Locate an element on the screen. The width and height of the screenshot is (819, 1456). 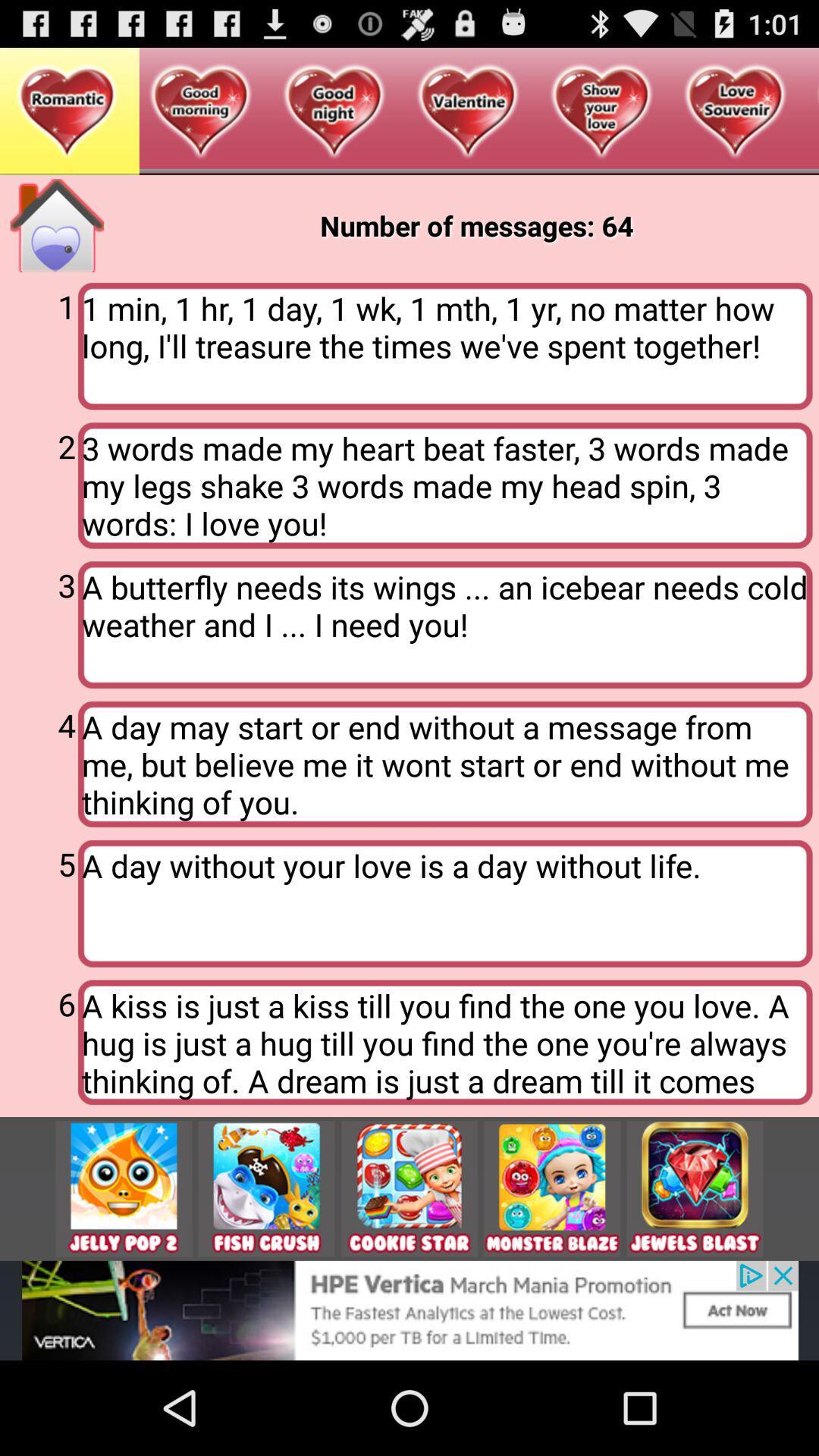
cookie star app is located at coordinates (409, 1188).